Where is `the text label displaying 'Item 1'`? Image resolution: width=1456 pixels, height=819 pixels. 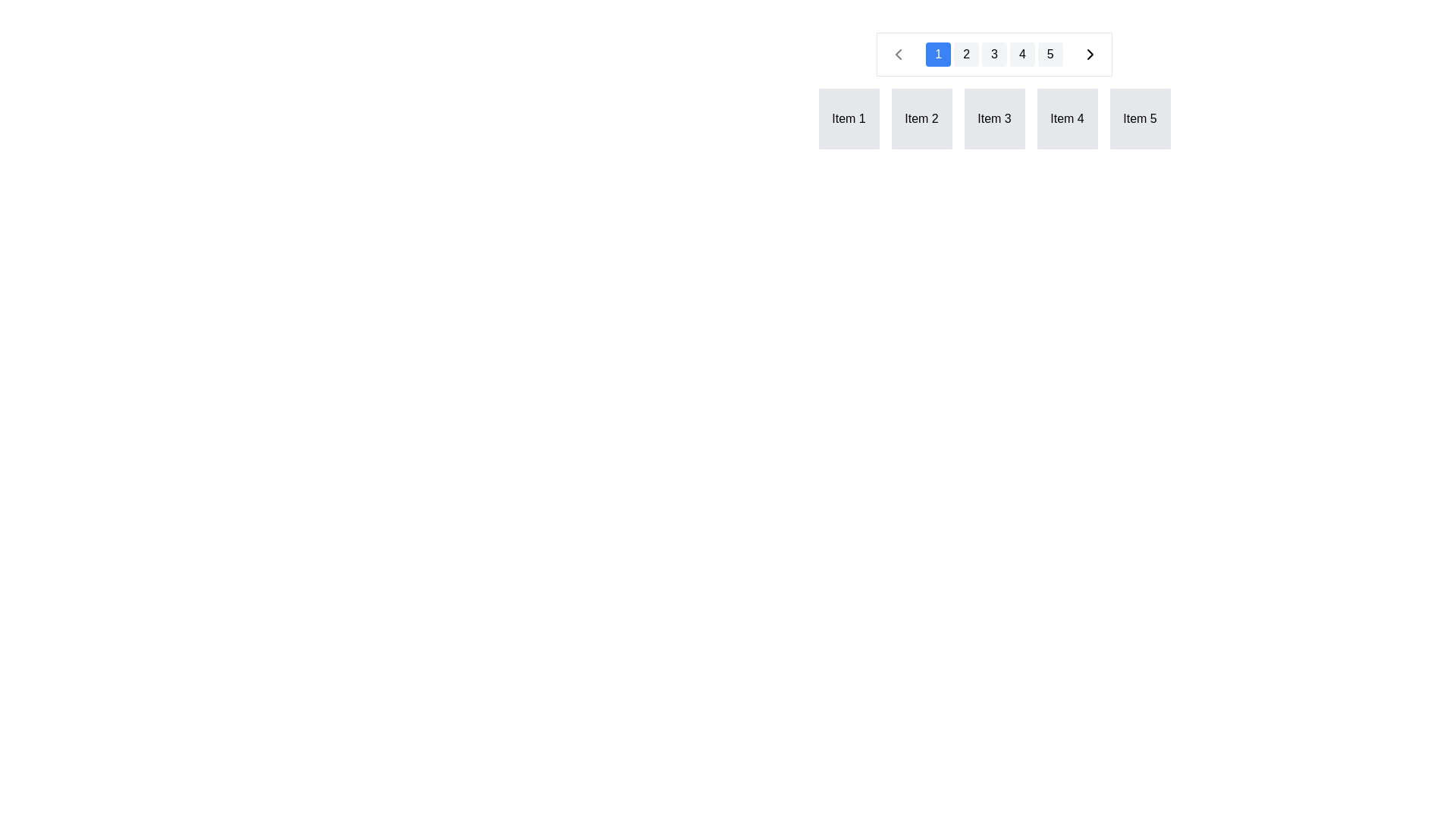
the text label displaying 'Item 1' is located at coordinates (848, 118).